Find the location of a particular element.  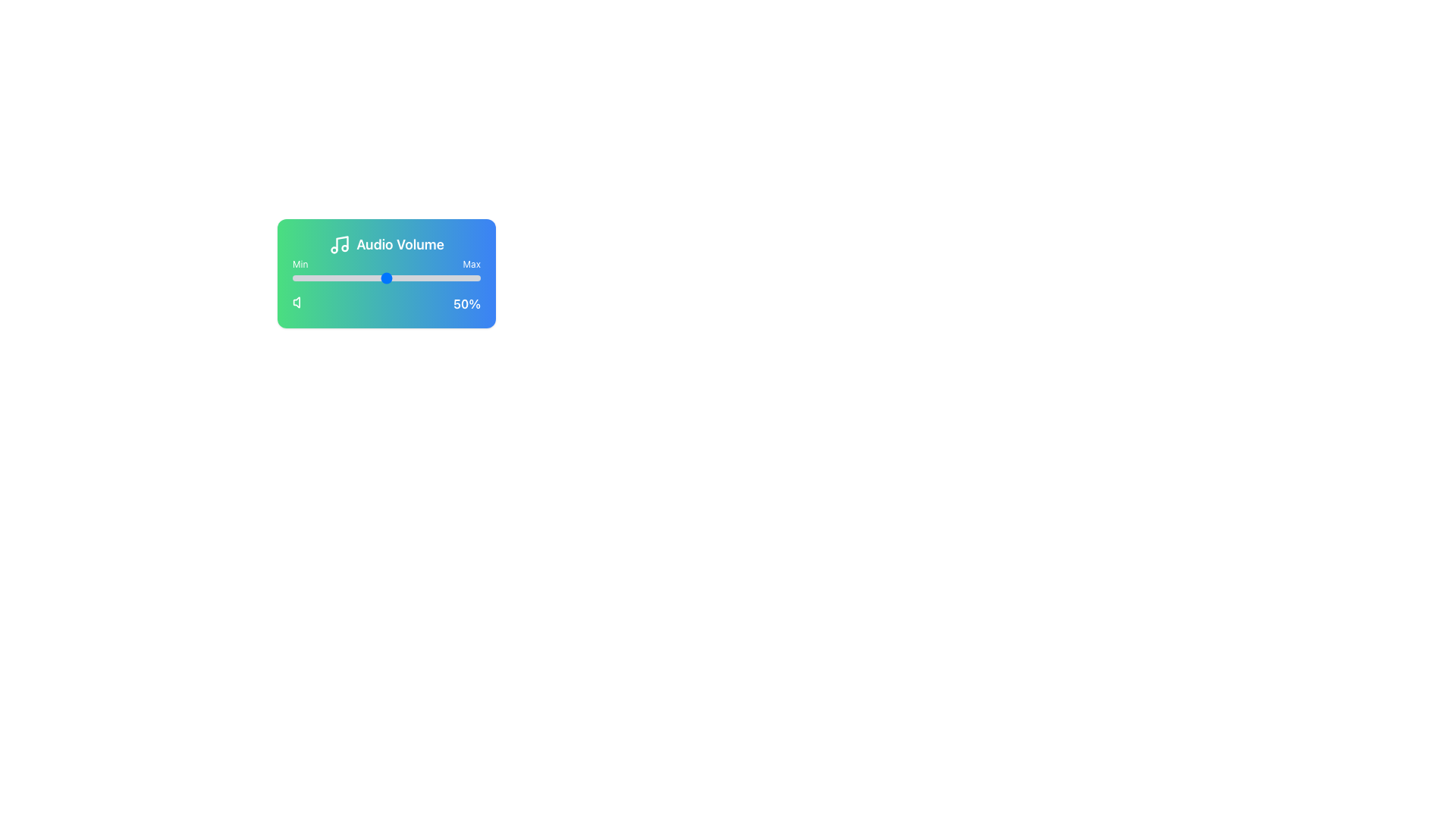

the mute or sound-related icon located under the 'Min' label in the audio control interface is located at coordinates (297, 302).